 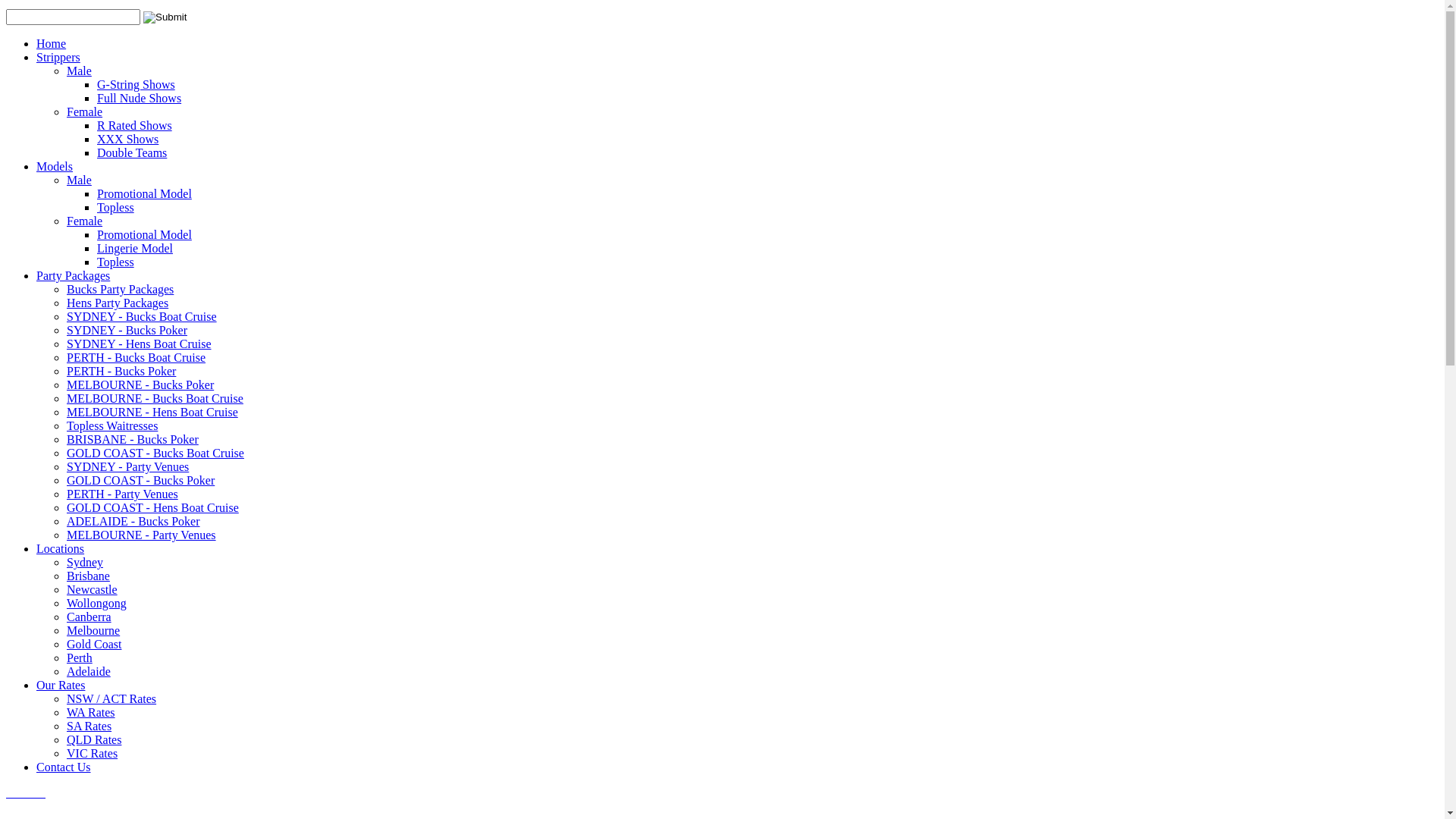 I want to click on 'VIC Rates', so click(x=91, y=753).